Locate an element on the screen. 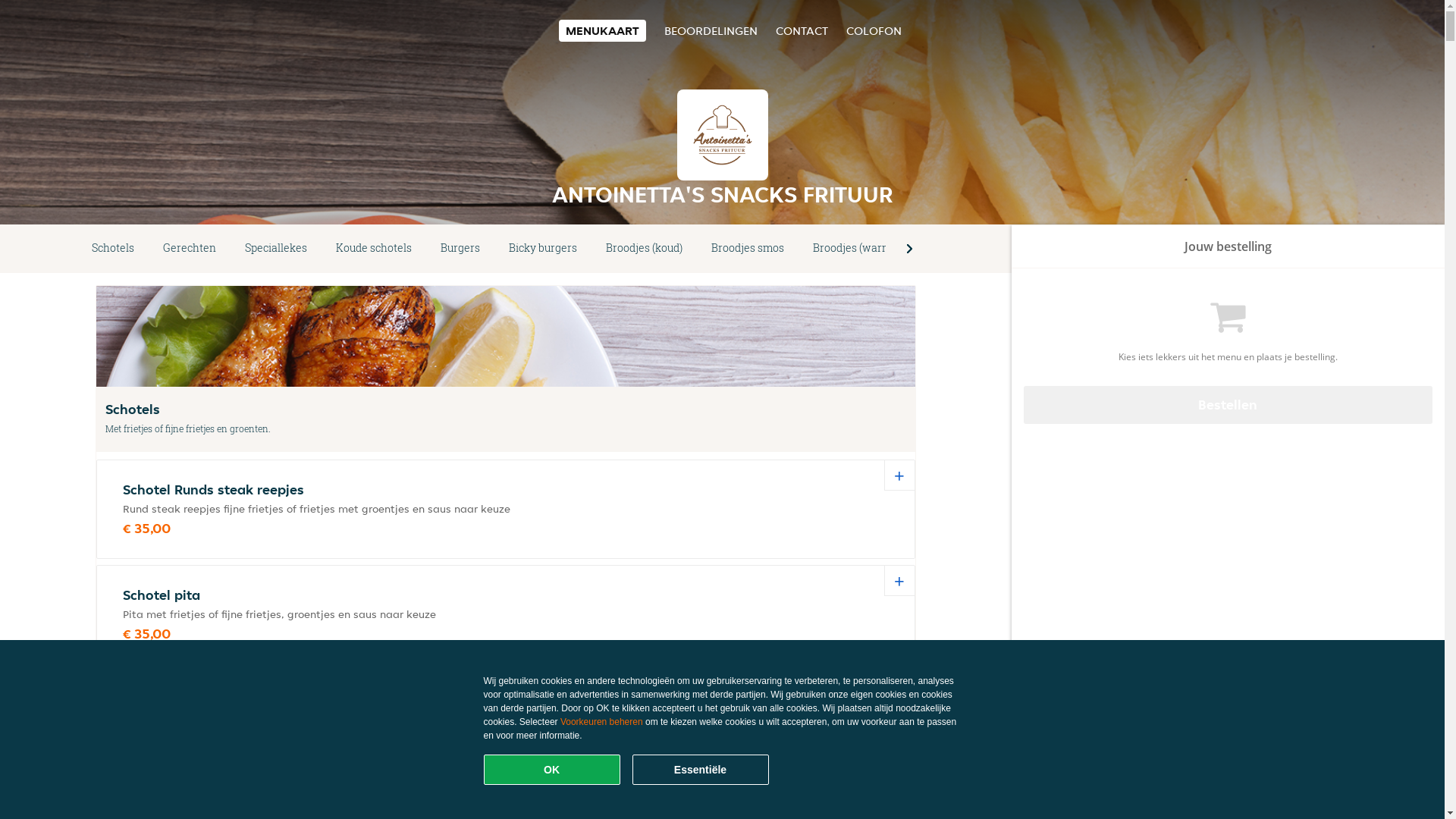 The height and width of the screenshot is (819, 1456). 'Broodjes smos' is located at coordinates (695, 247).